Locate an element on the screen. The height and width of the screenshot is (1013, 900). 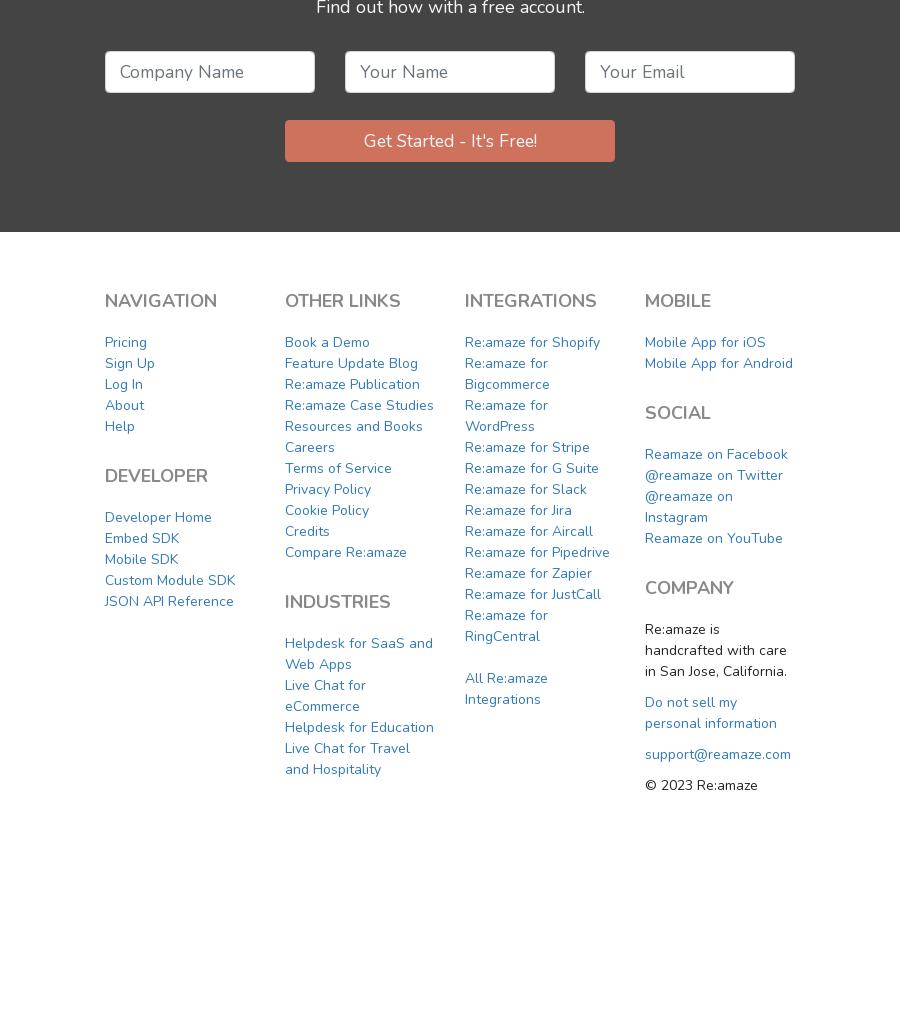
'Credits' is located at coordinates (306, 530).